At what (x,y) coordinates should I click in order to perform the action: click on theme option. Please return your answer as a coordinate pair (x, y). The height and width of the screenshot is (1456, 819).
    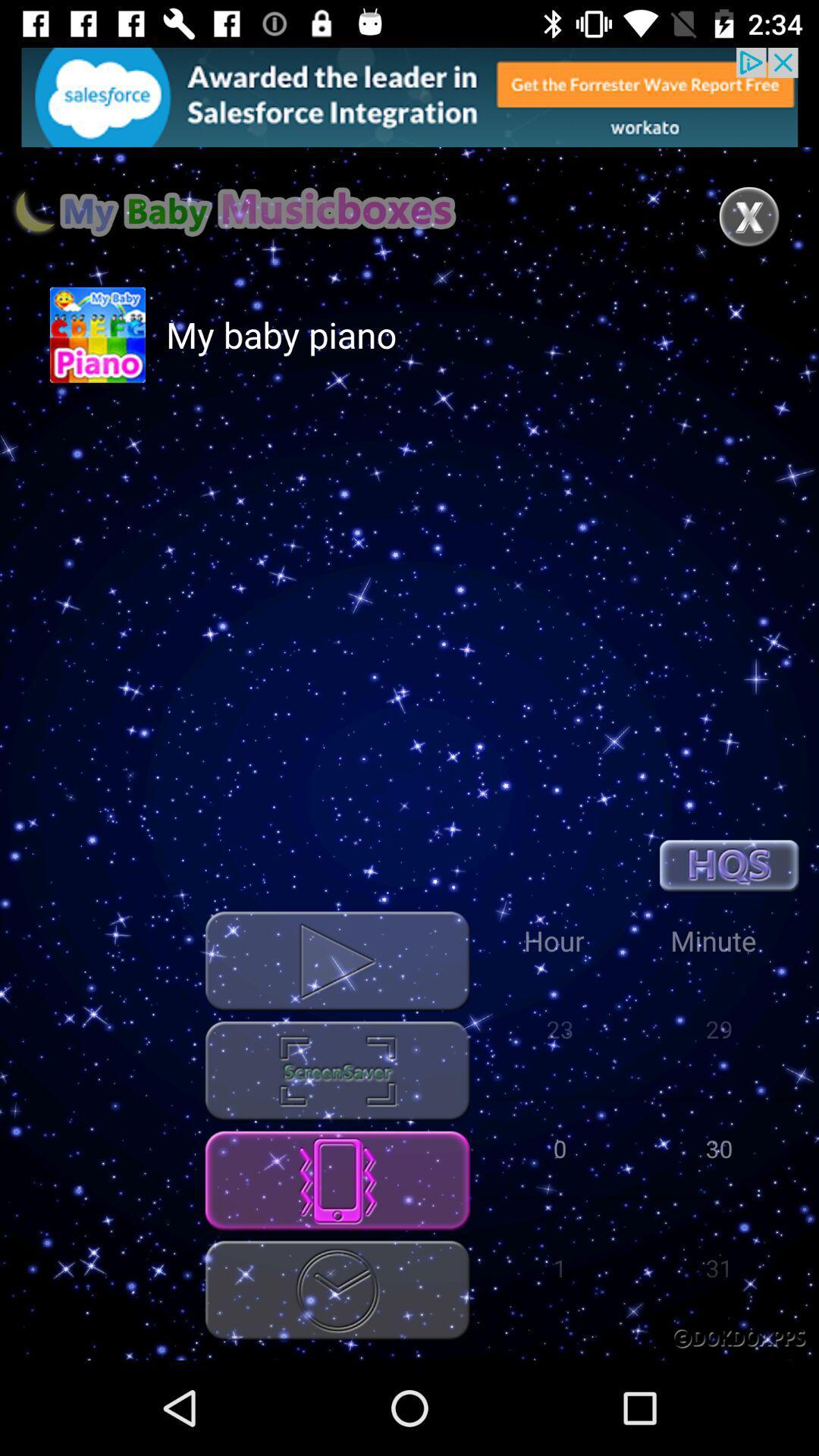
    Looking at the image, I should click on (337, 1070).